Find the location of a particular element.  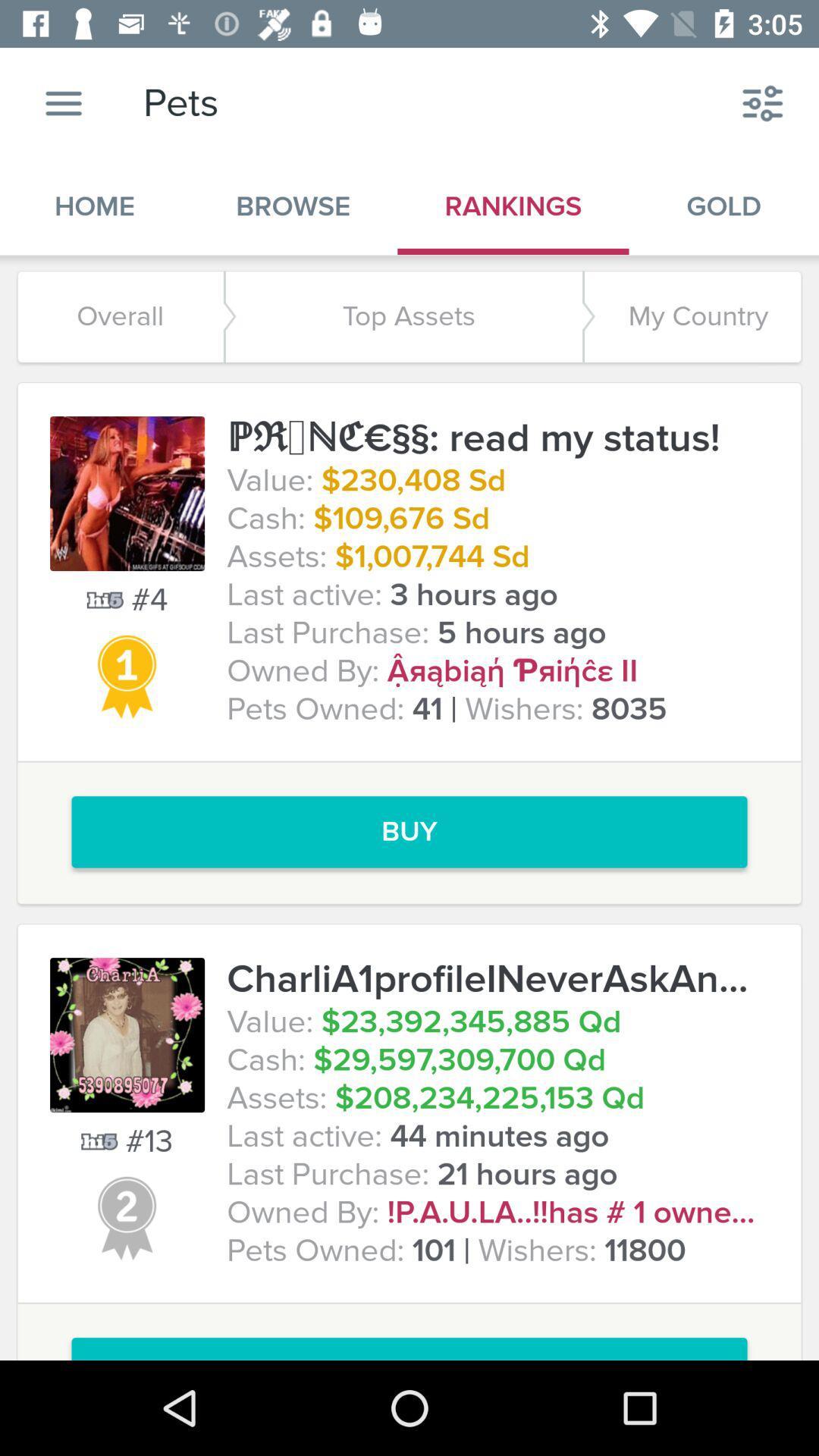

the icon above the gold item is located at coordinates (763, 102).